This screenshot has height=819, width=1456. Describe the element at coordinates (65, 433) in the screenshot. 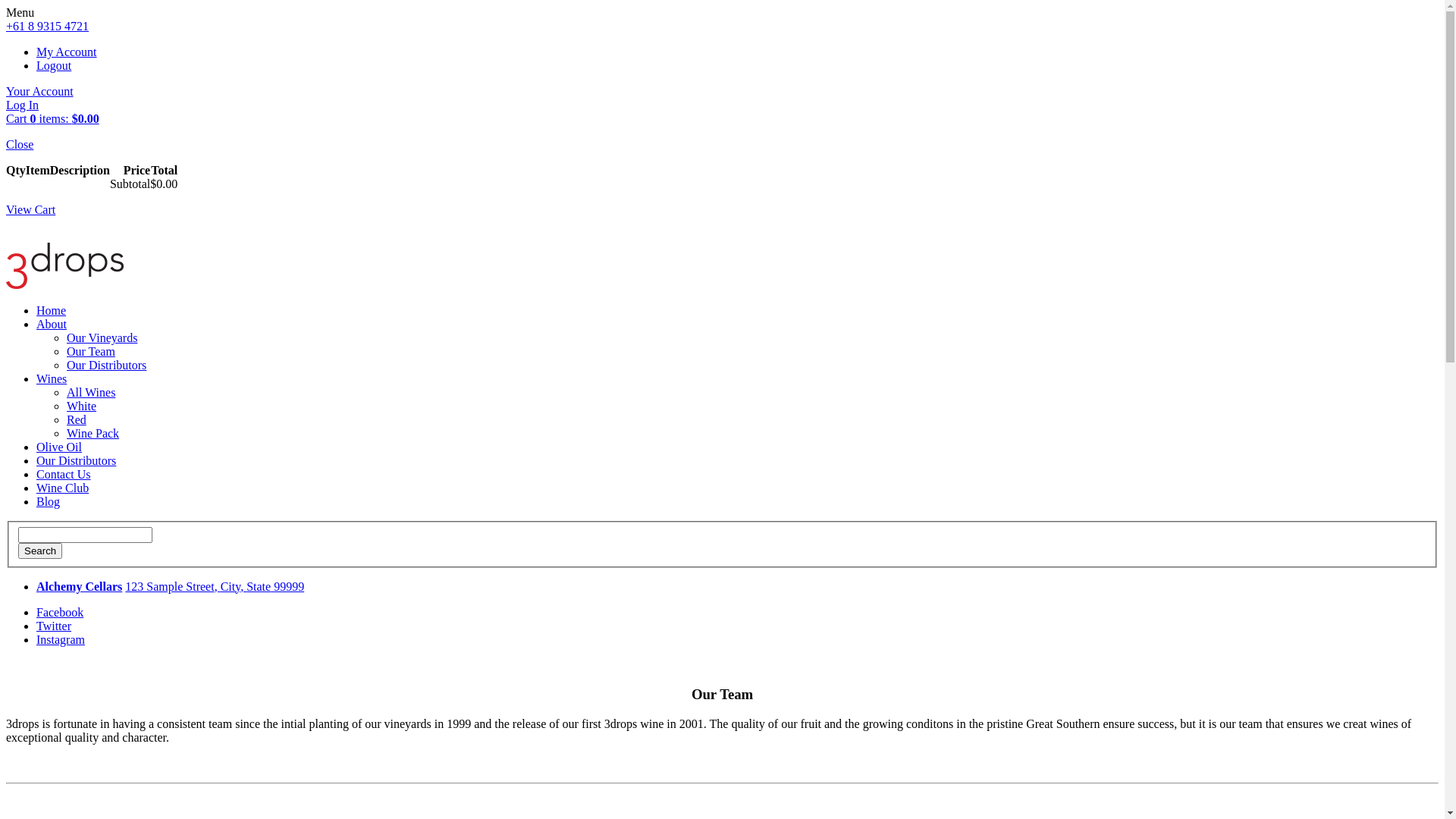

I see `'Wine Pack'` at that location.